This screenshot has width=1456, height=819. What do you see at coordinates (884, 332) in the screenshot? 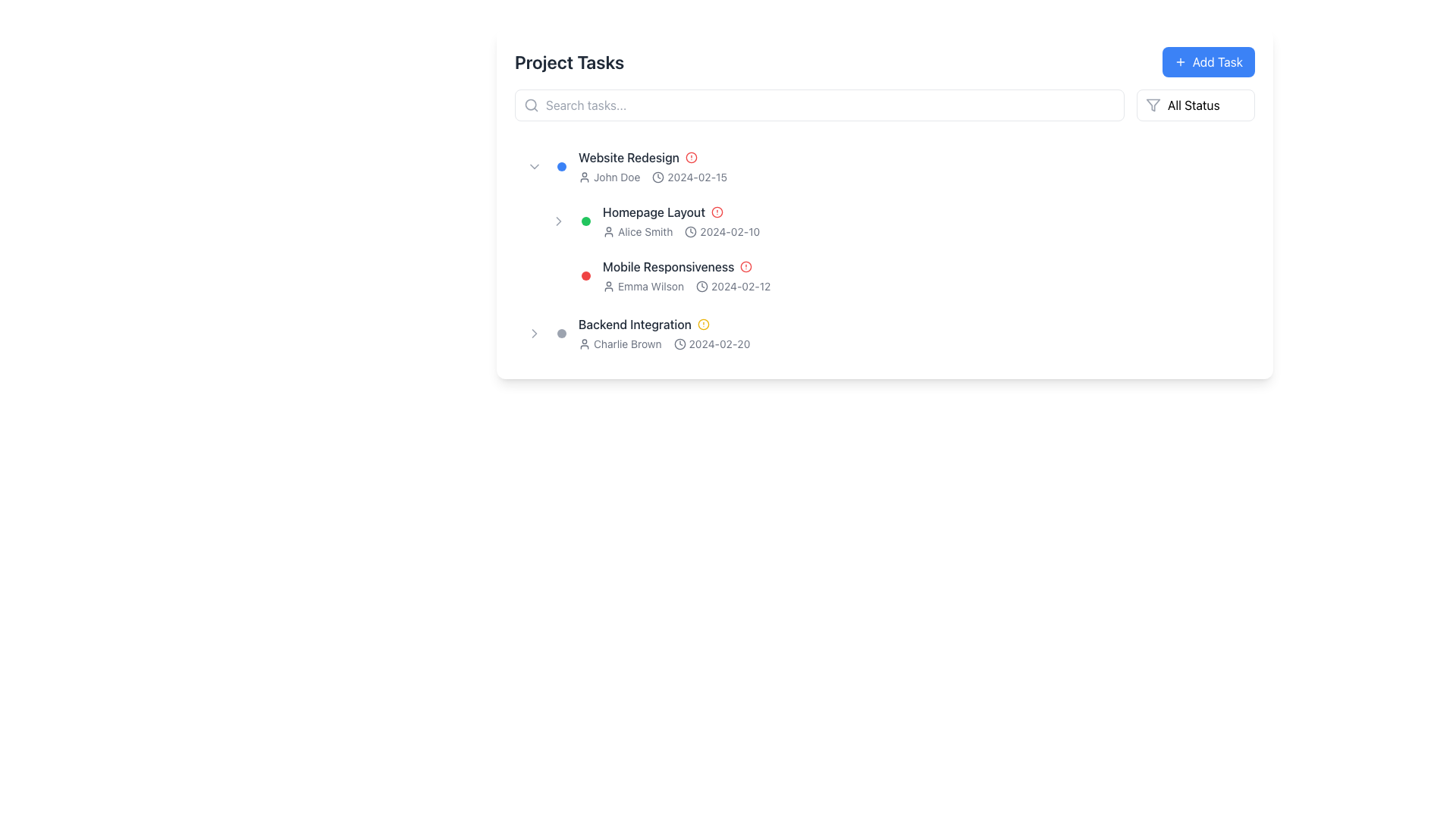
I see `to select the task item titled 'Backend Integration', which is the fourth task in the list and includes details such as the assignee 'Charlie Brown' and due date '2024-02-20'` at bounding box center [884, 332].